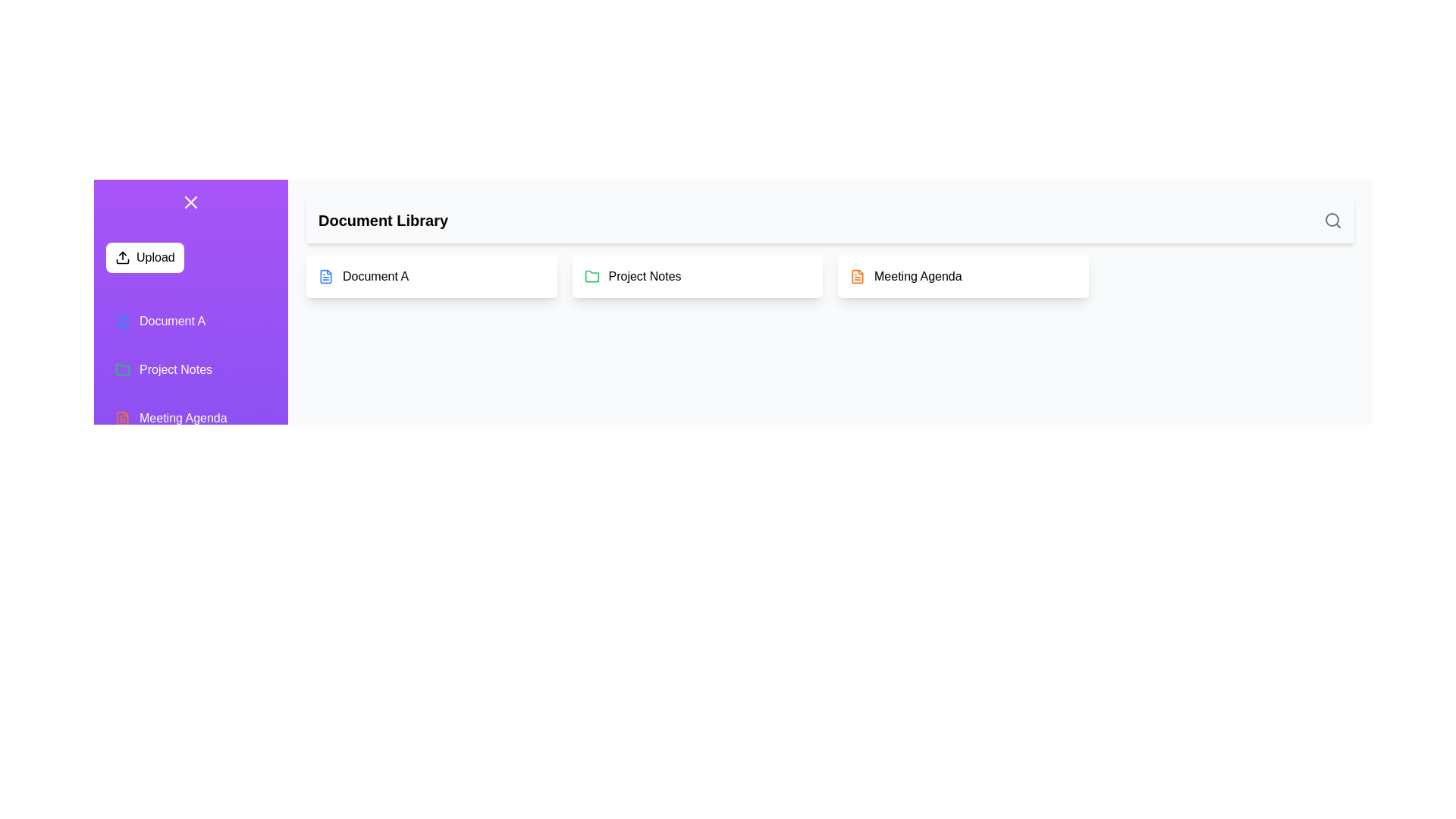 Image resolution: width=1456 pixels, height=819 pixels. I want to click on the document card titled 'Document A' to view its details, so click(431, 277).